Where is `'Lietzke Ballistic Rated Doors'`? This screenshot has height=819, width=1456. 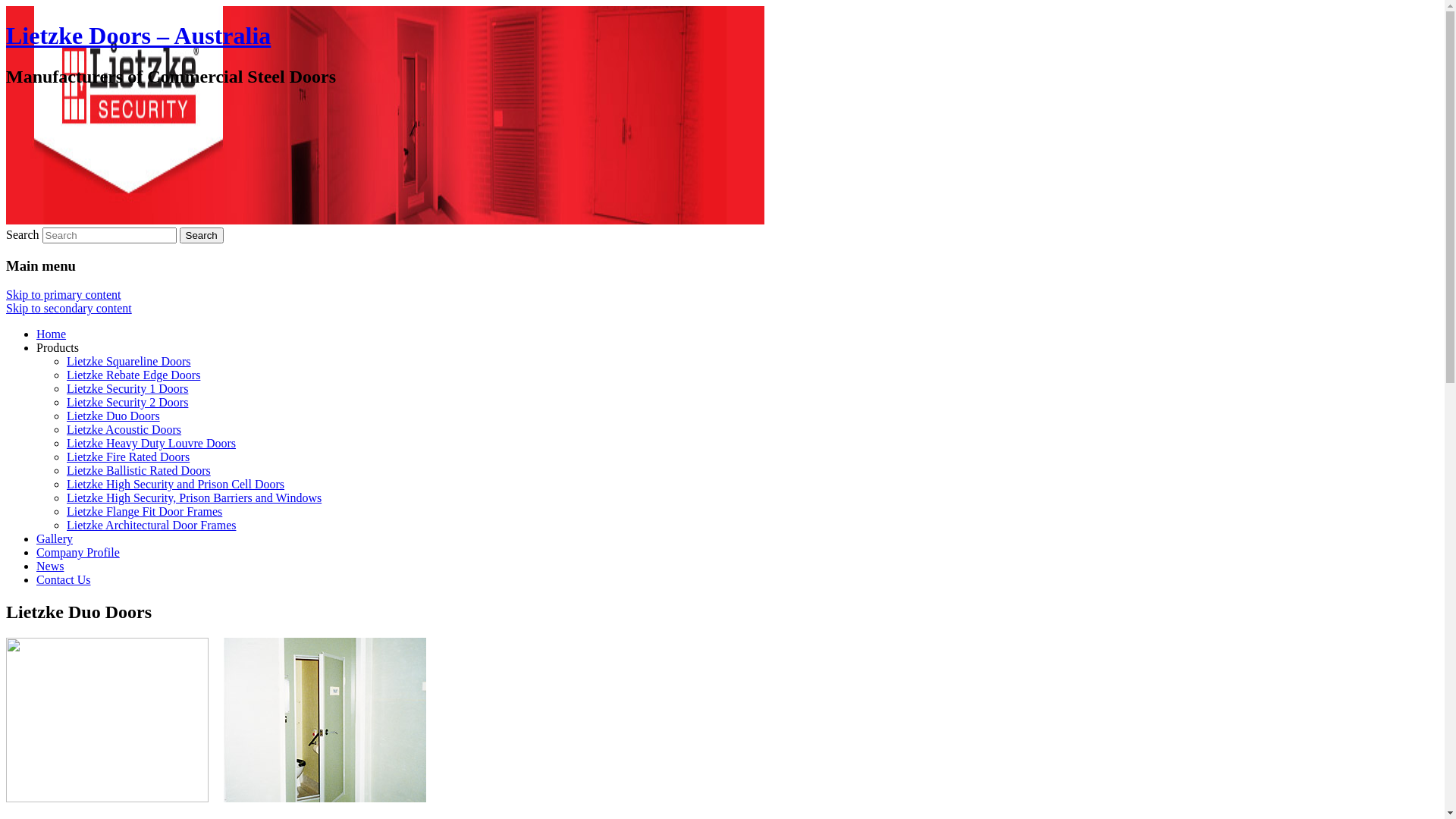
'Lietzke Ballistic Rated Doors' is located at coordinates (138, 469).